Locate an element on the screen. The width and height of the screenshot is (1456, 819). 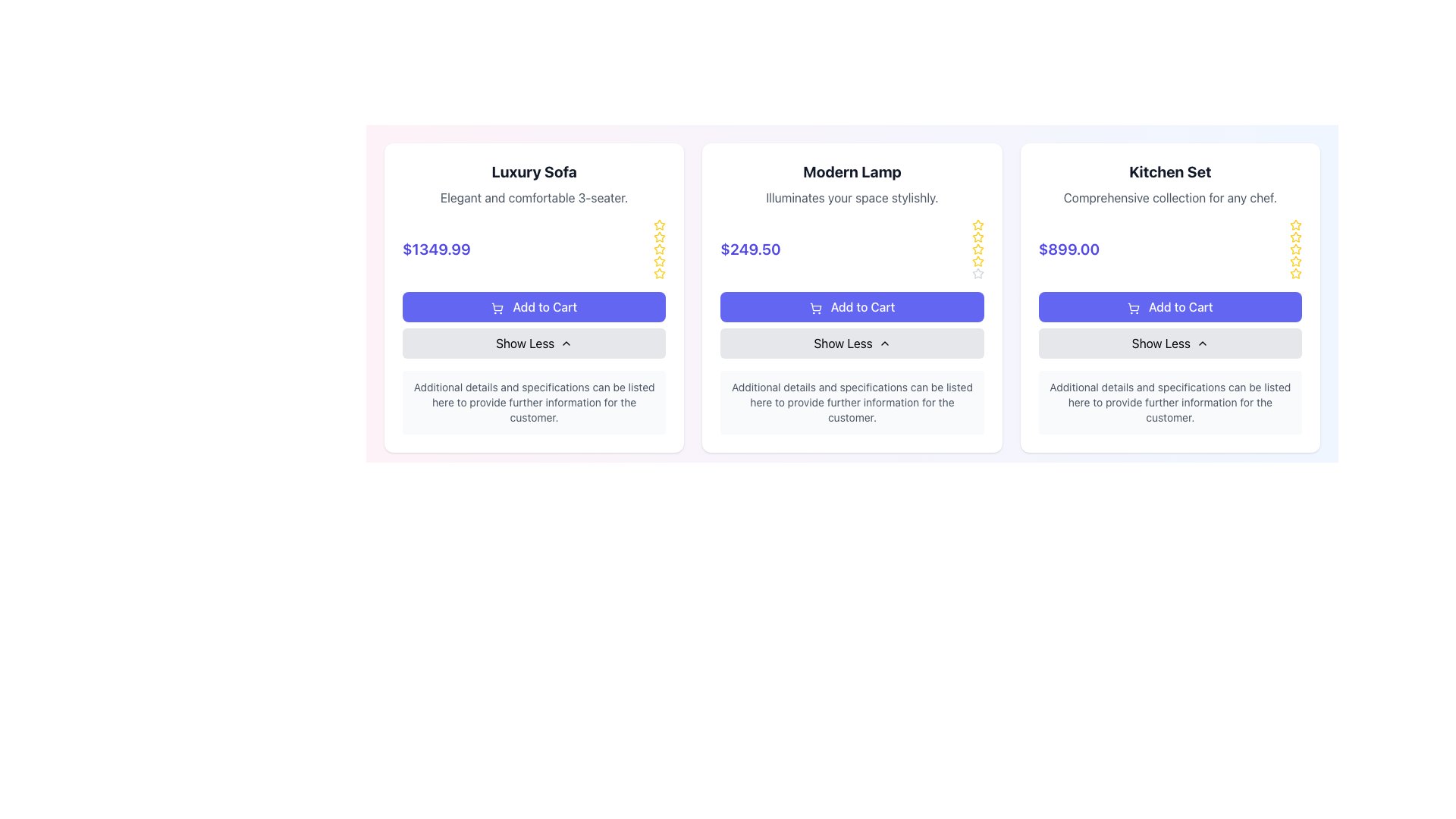
the 'Show Less' button located at the bottom of the 'Luxury Sofa' card is located at coordinates (534, 343).